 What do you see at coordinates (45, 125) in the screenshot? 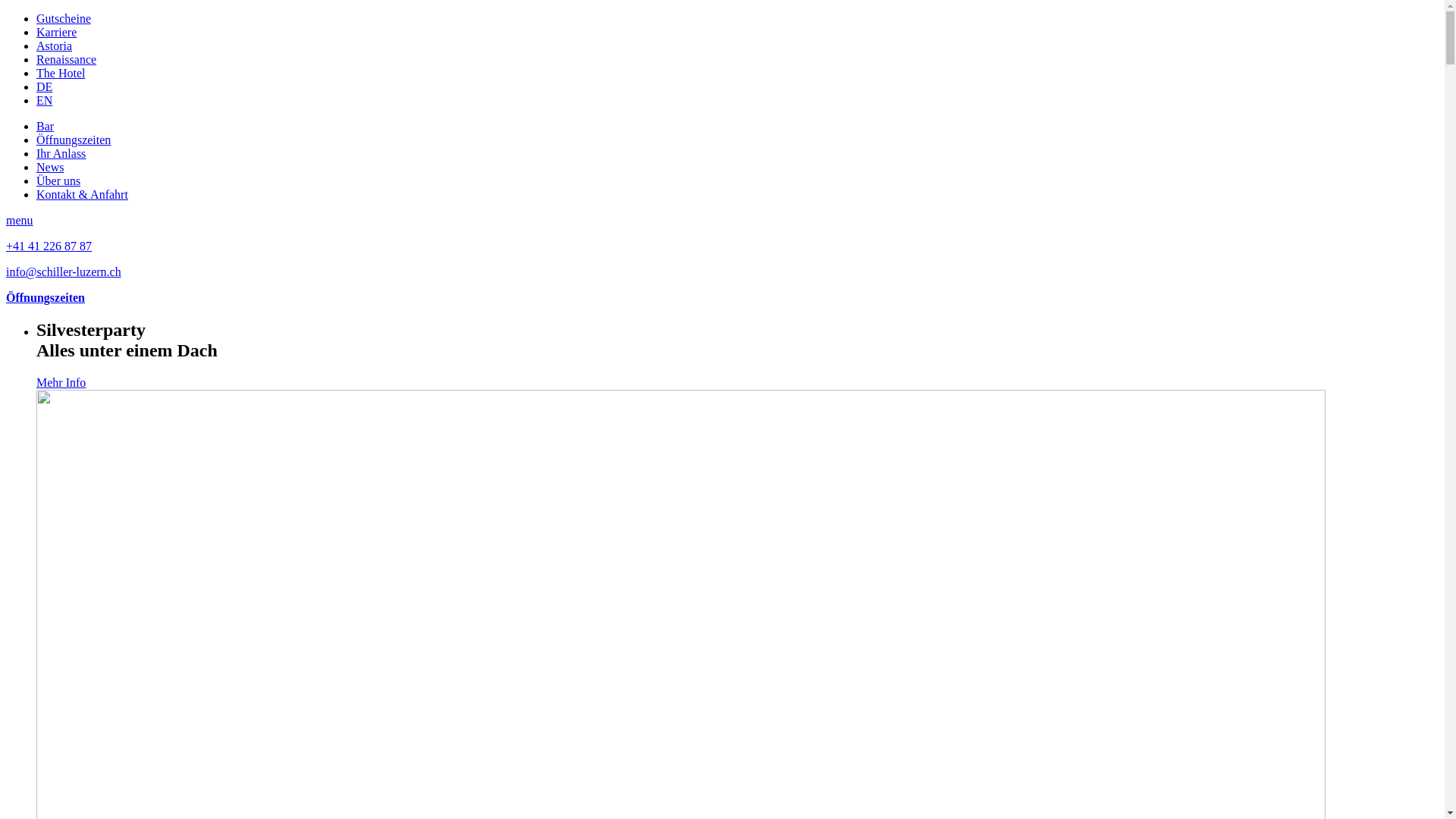
I see `'Bar'` at bounding box center [45, 125].